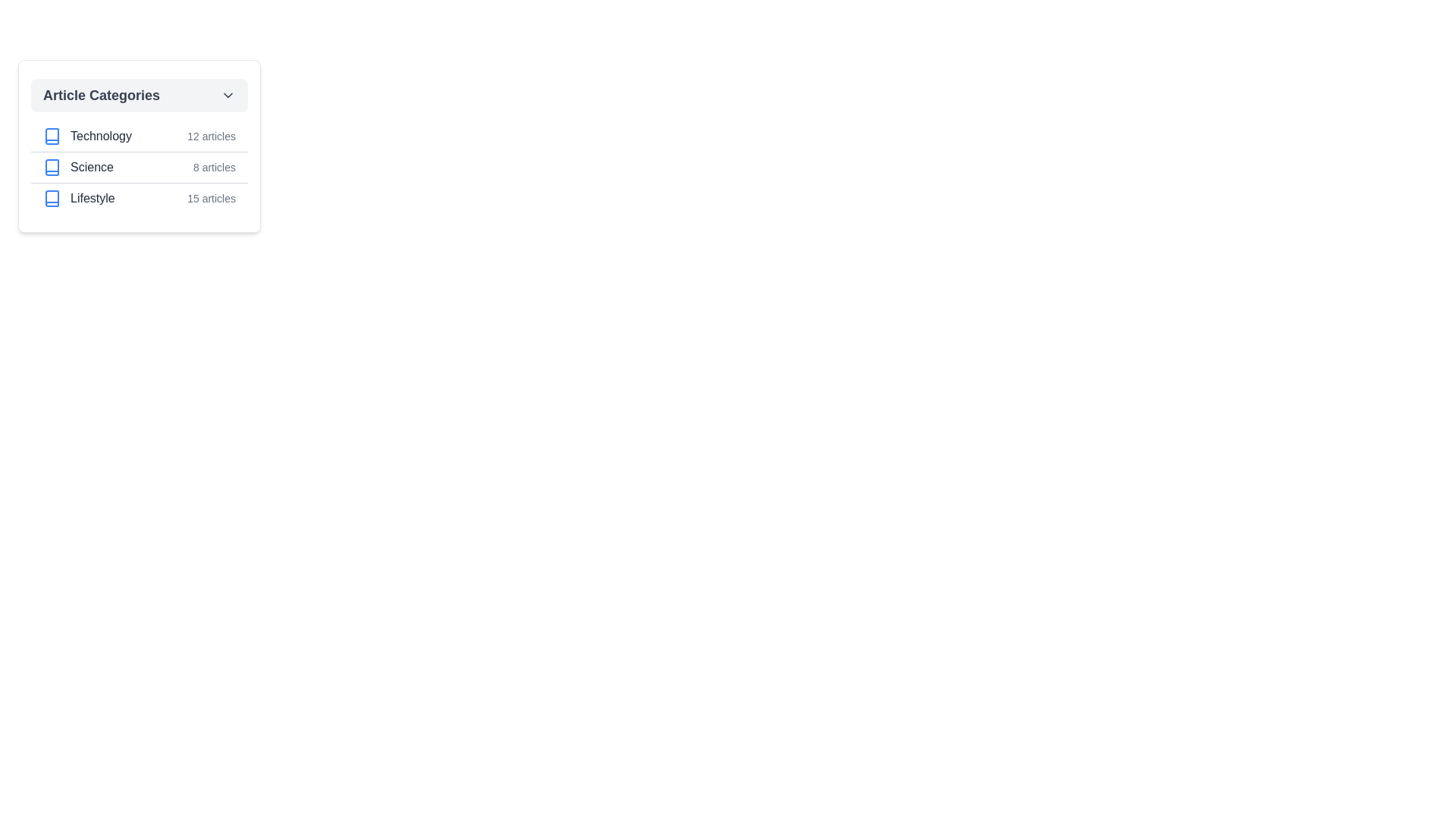  What do you see at coordinates (214, 167) in the screenshot?
I see `the static text that displays the number of articles in the 'Science' category, located in the second row under 'Article Categories'` at bounding box center [214, 167].